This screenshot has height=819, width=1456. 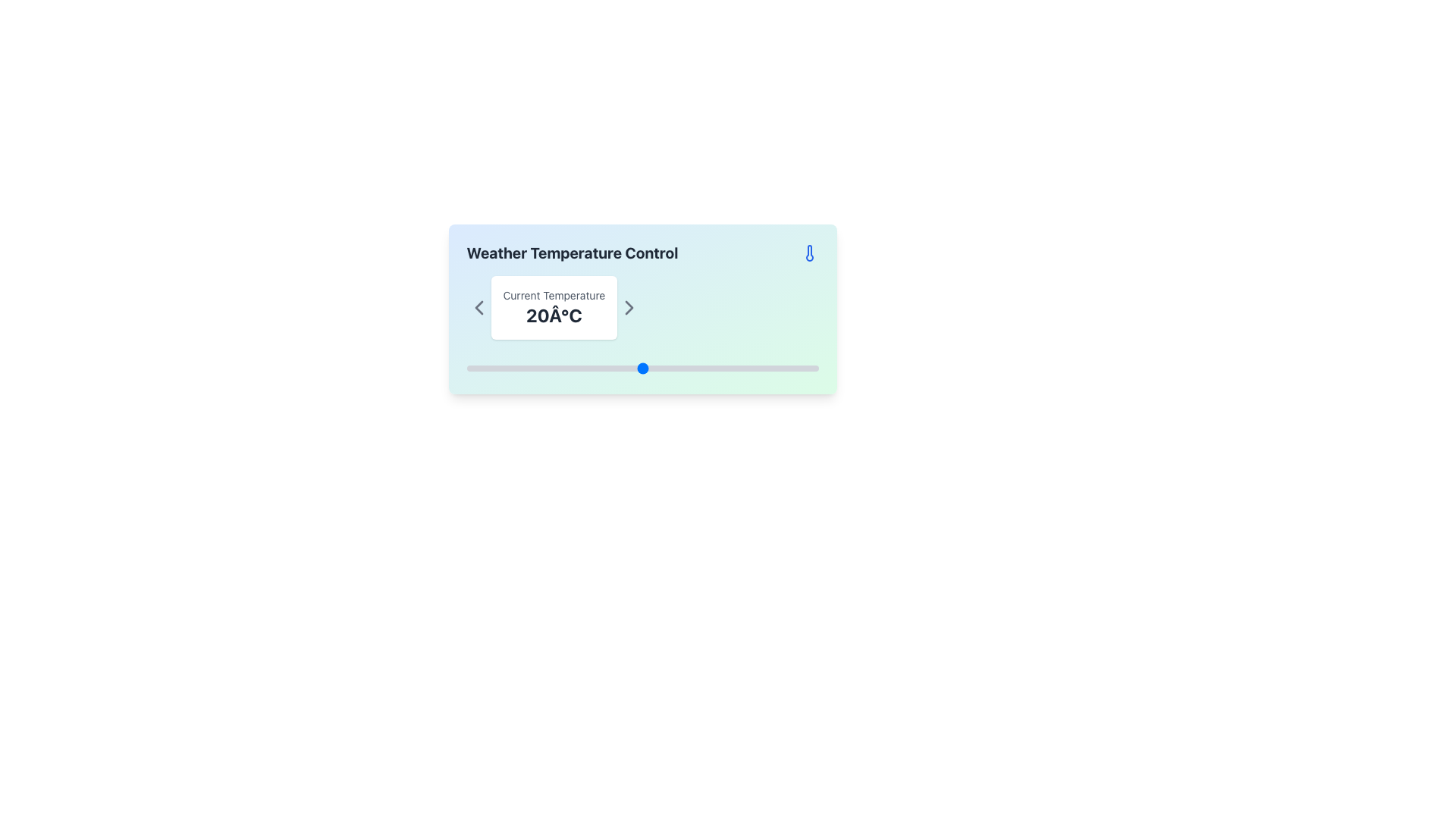 What do you see at coordinates (475, 369) in the screenshot?
I see `temperature` at bounding box center [475, 369].